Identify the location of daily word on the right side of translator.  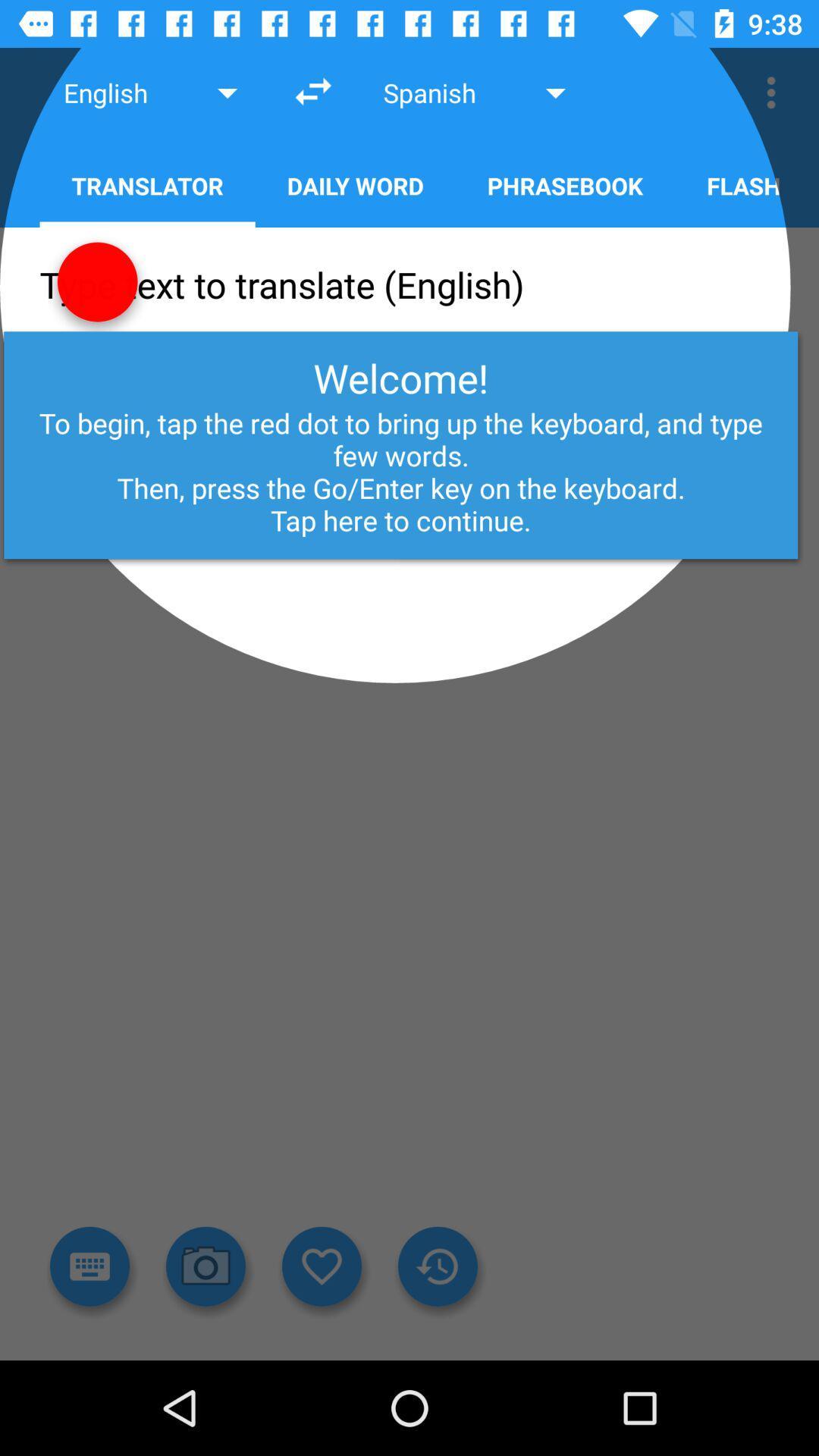
(356, 182).